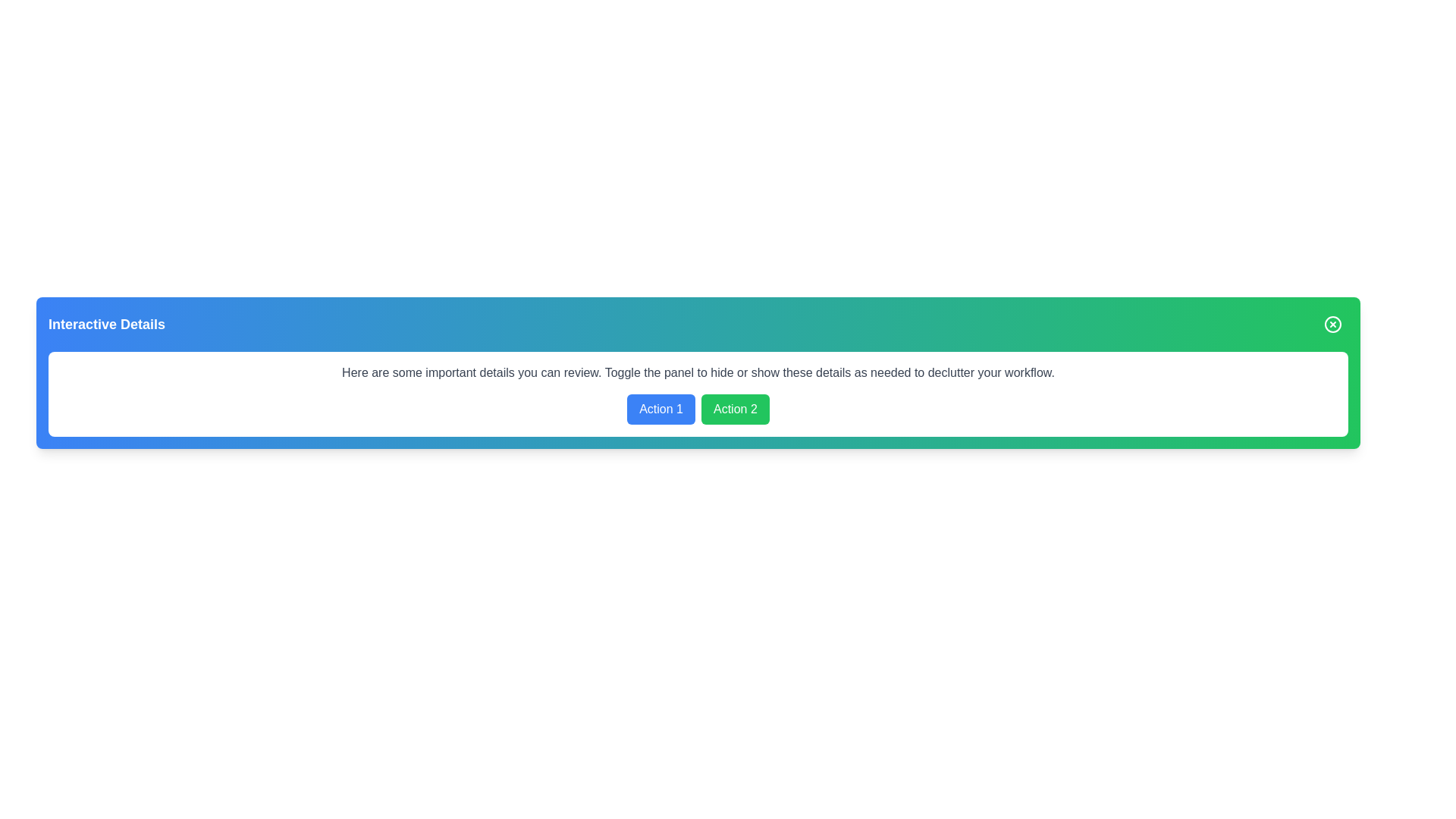 The width and height of the screenshot is (1456, 819). What do you see at coordinates (1332, 324) in the screenshot?
I see `the SVG circle element which is part of the close or dismiss icon located in the top right corner of the panel` at bounding box center [1332, 324].